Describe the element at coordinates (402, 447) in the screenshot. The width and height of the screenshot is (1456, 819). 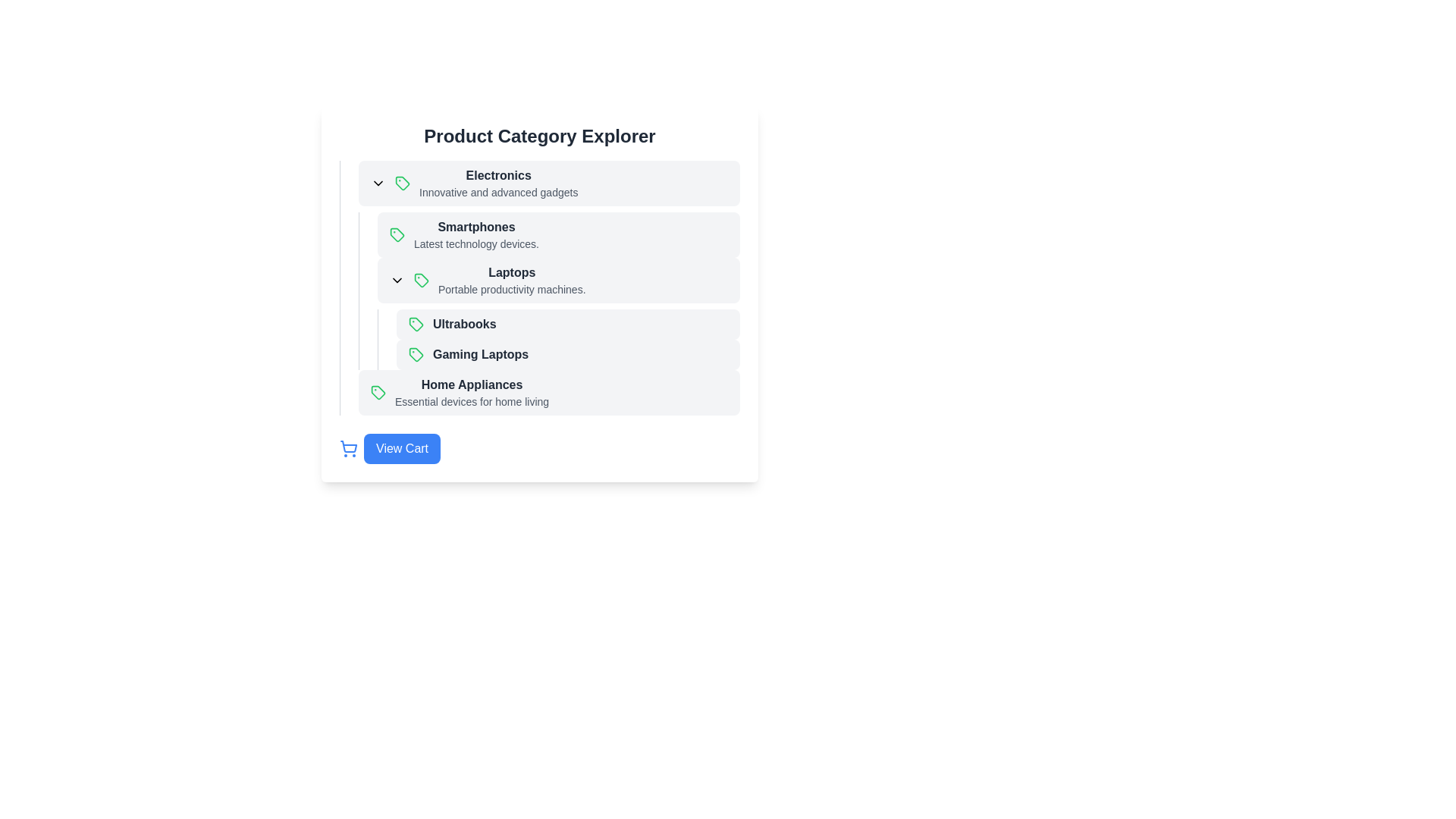
I see `the 'View Cart' button, which is a rectangular button with white sans-serif text on a blue background, located to the right of the shopping cart icon` at that location.